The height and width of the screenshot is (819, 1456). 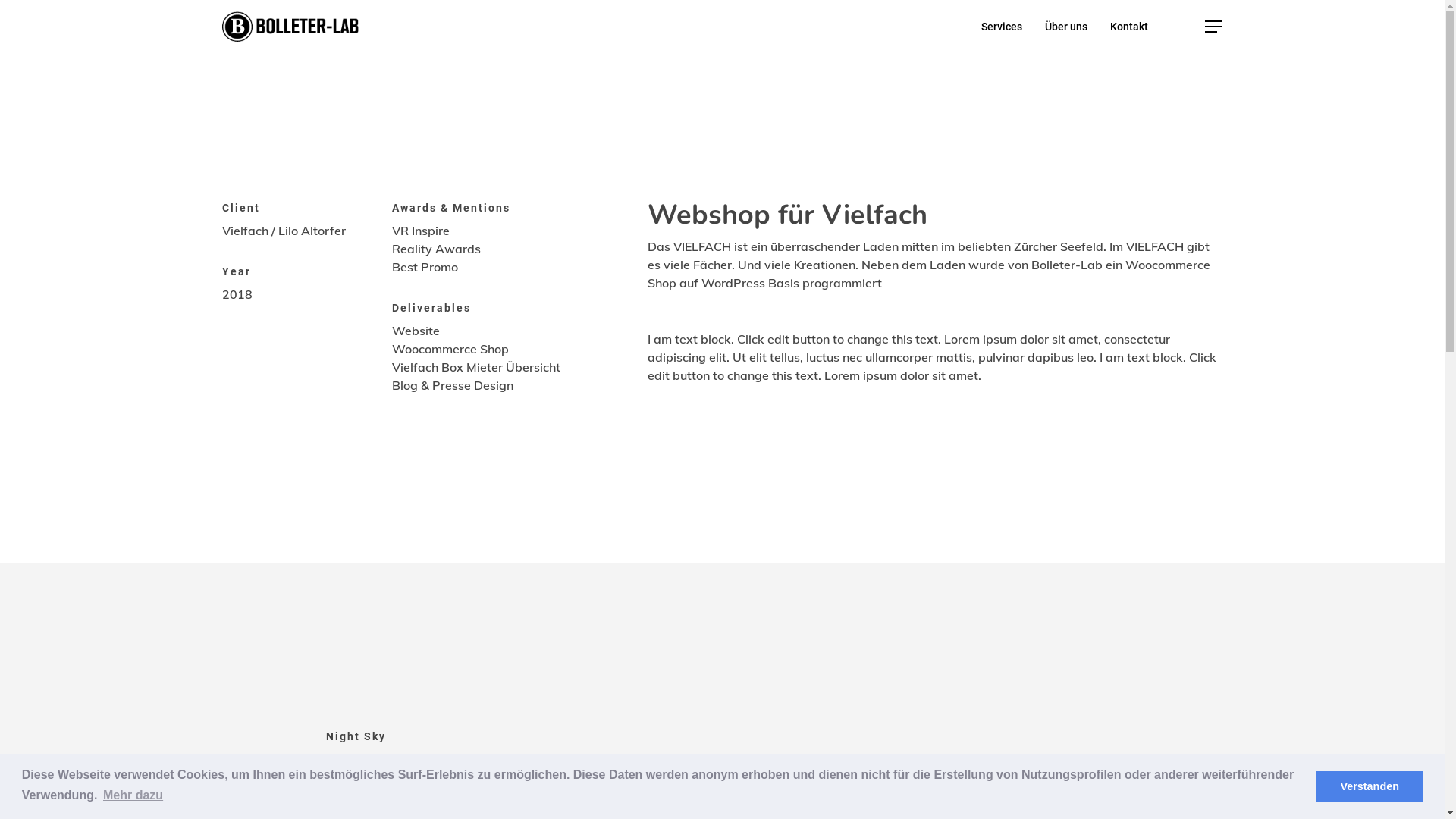 What do you see at coordinates (1212, 26) in the screenshot?
I see `'Menu'` at bounding box center [1212, 26].